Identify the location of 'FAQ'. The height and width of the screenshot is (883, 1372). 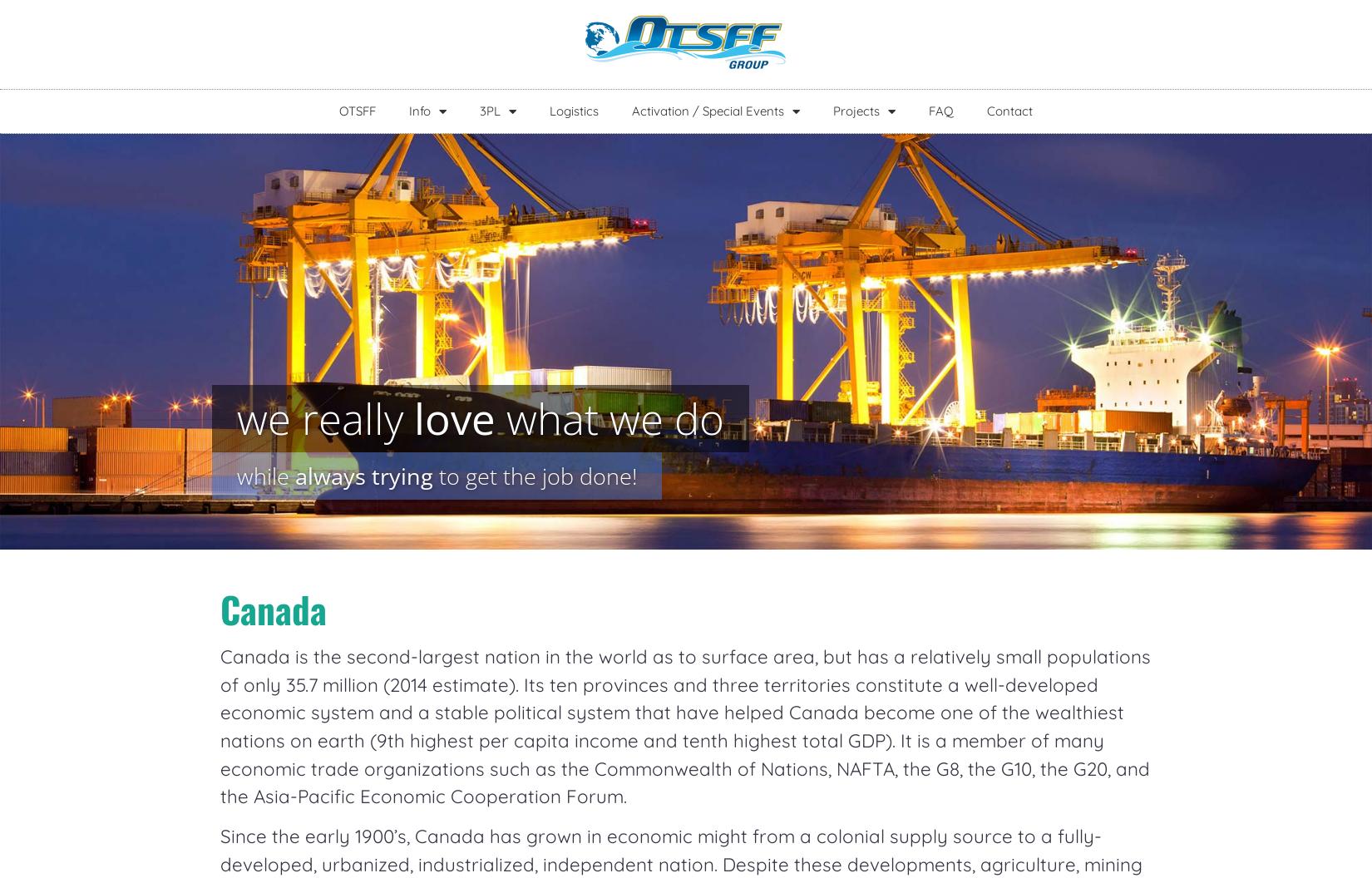
(941, 111).